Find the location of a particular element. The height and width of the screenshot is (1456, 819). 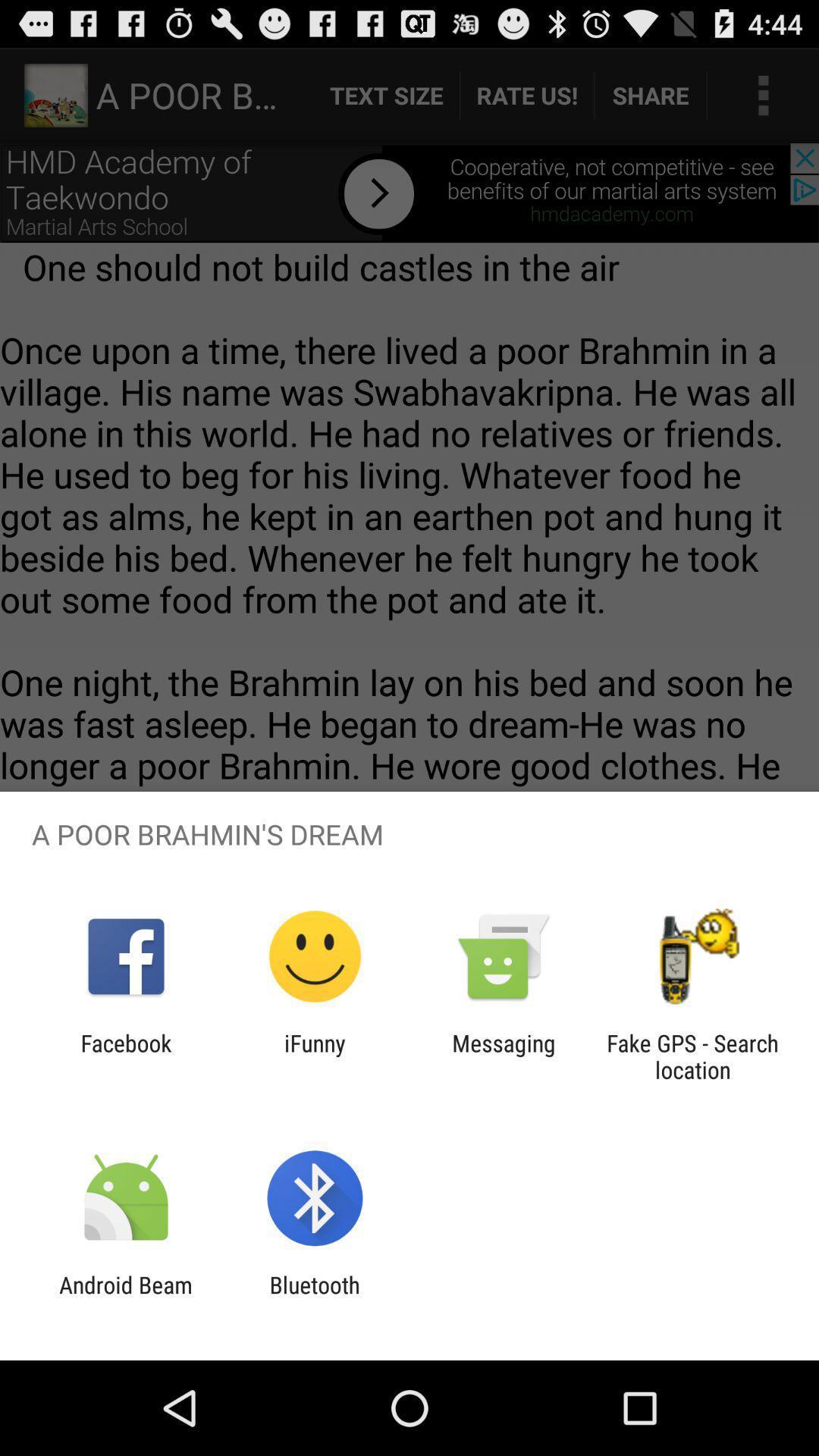

icon to the left of ifunny app is located at coordinates (125, 1056).